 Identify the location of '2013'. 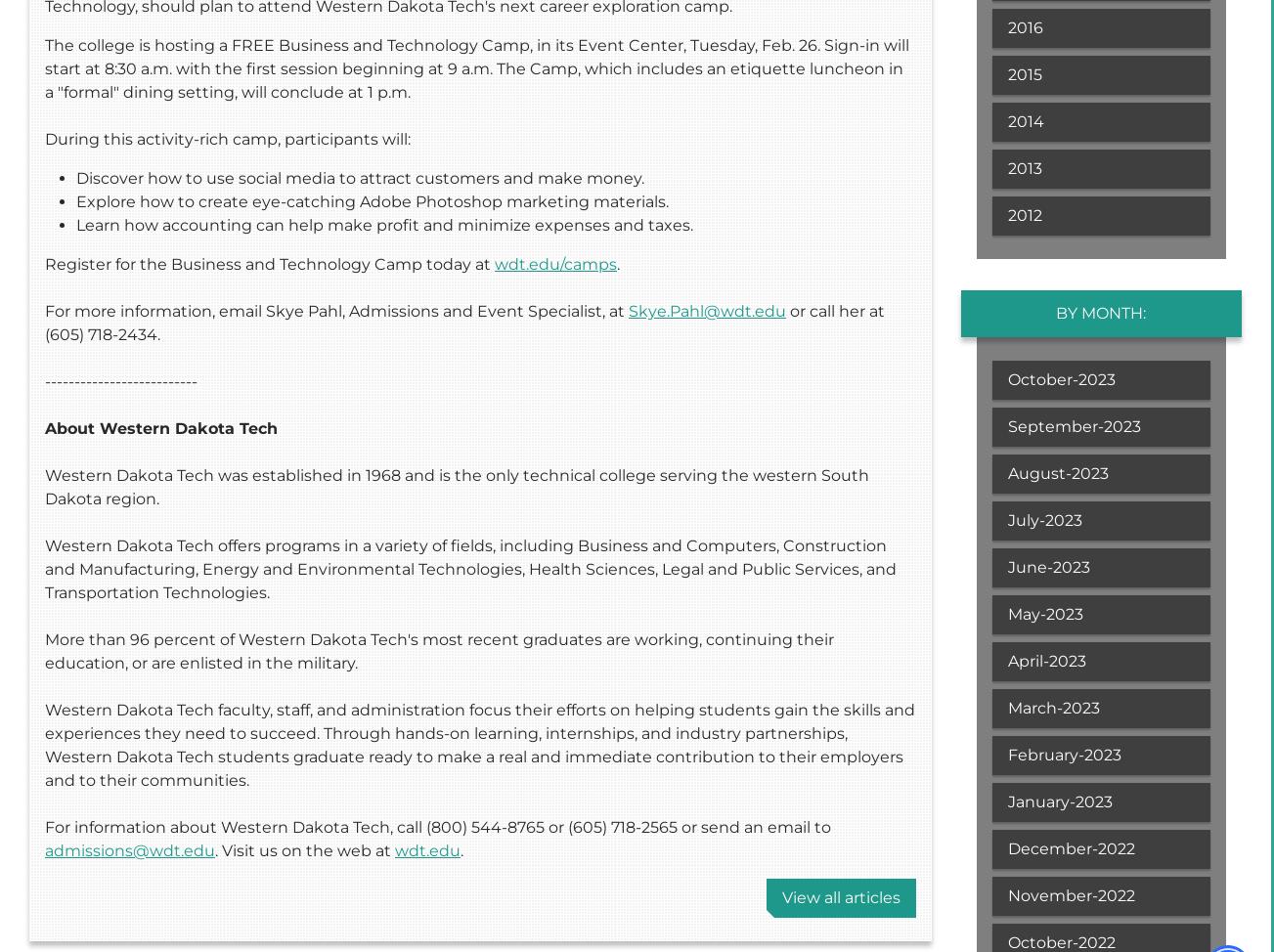
(1024, 168).